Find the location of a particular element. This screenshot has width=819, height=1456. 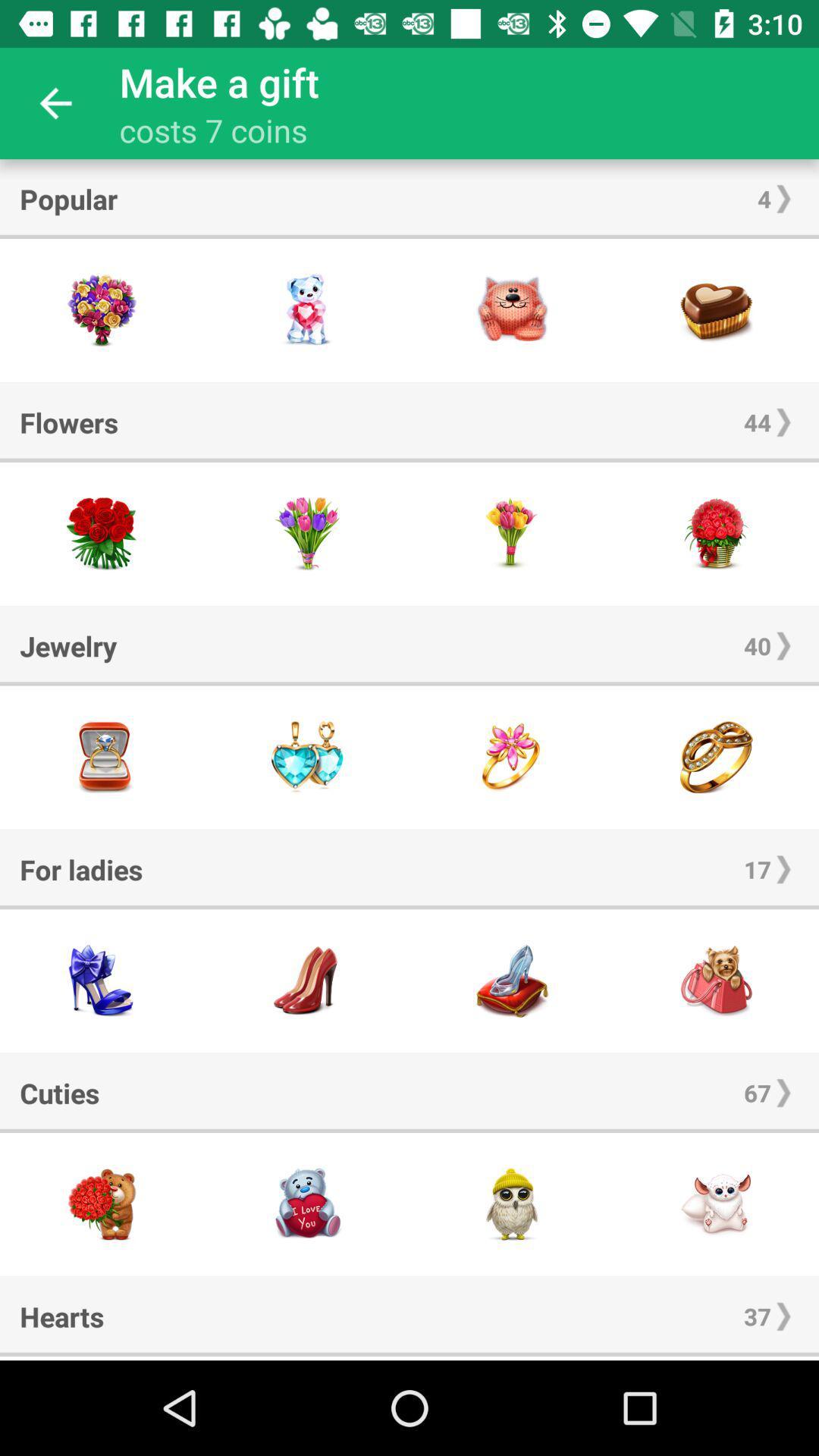

ring jewelry is located at coordinates (717, 757).